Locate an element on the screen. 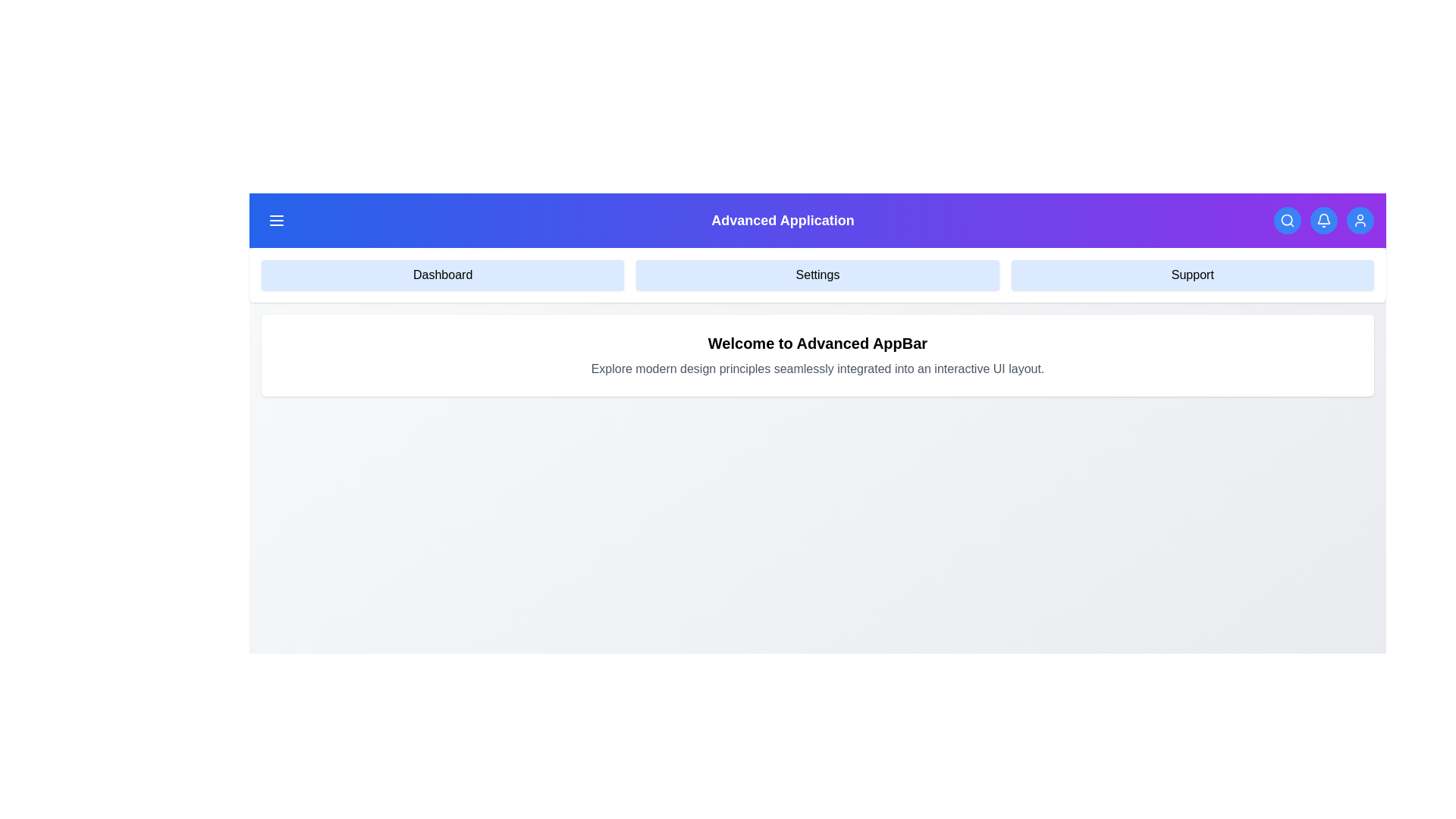  the notification icon located in the top-right corner of the app bar is located at coordinates (1323, 220).